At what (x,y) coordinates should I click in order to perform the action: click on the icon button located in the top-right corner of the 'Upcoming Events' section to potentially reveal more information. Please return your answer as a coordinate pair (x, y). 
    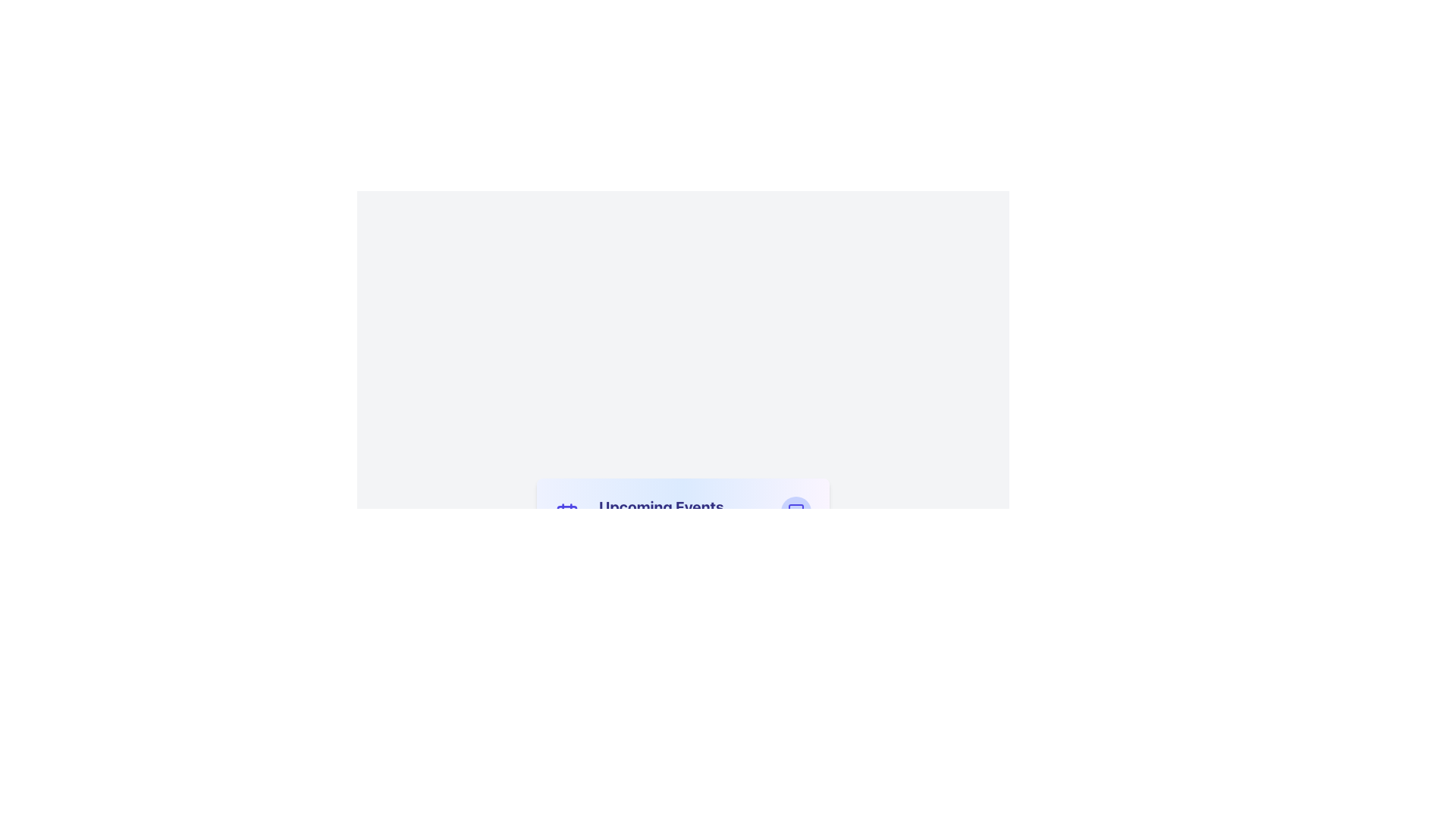
    Looking at the image, I should click on (795, 512).